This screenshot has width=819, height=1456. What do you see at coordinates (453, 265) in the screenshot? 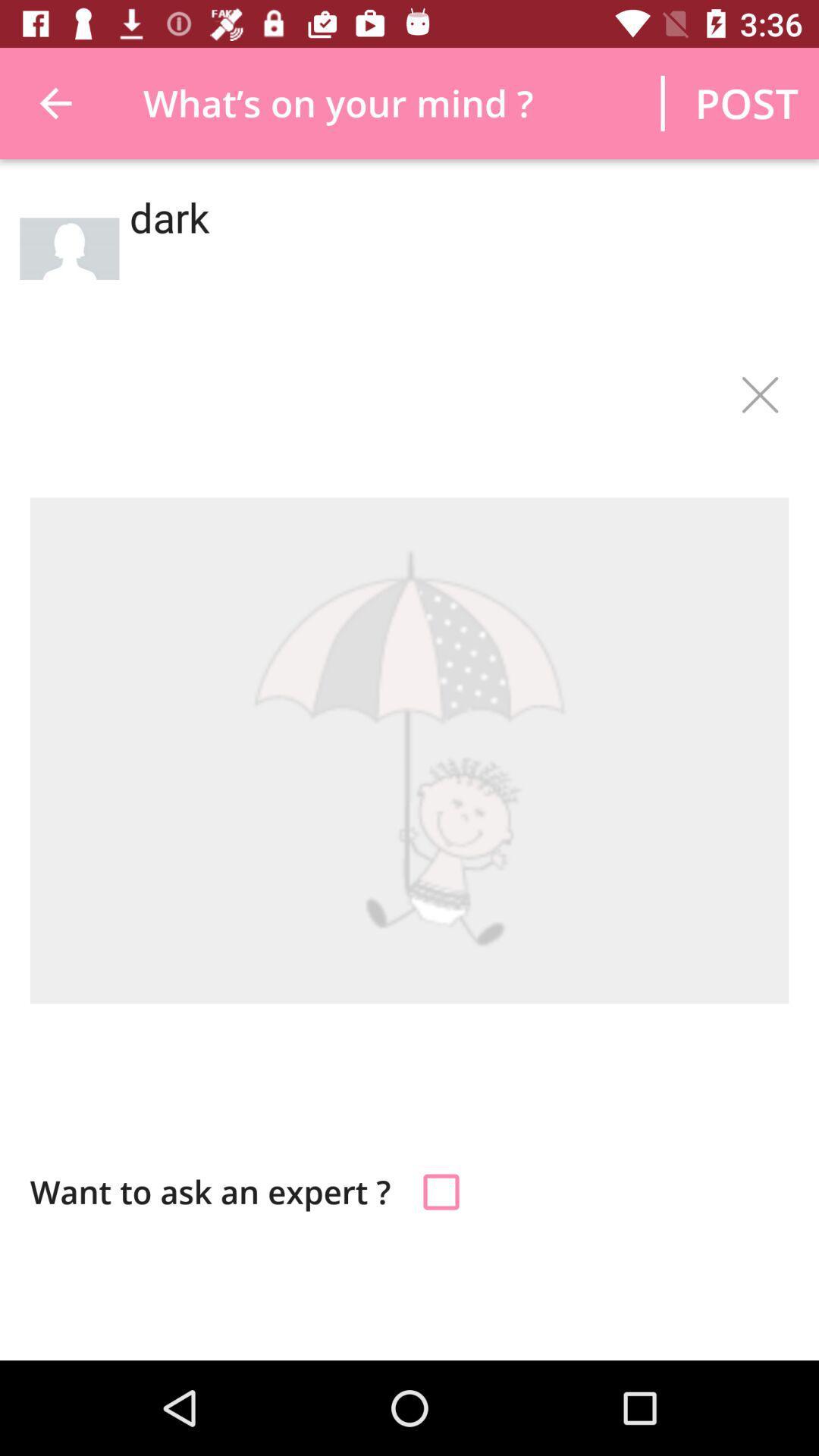
I see `item below the post` at bounding box center [453, 265].